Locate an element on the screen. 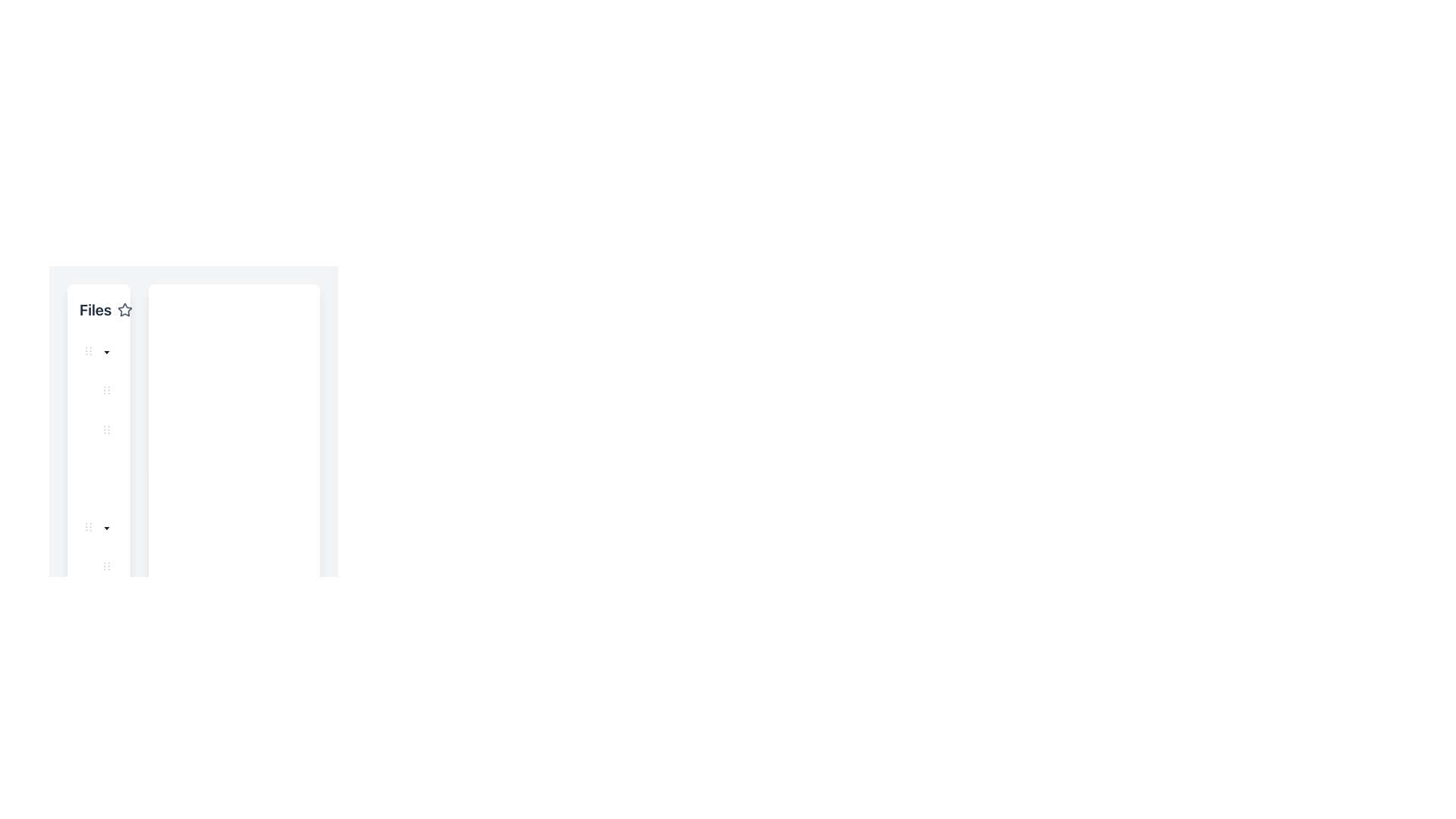 This screenshot has height=819, width=1456. the vertical indentation marker located alongside the left edge of the 'Meeting Notes' entry in the hierarchical tree structure is located at coordinates (87, 447).